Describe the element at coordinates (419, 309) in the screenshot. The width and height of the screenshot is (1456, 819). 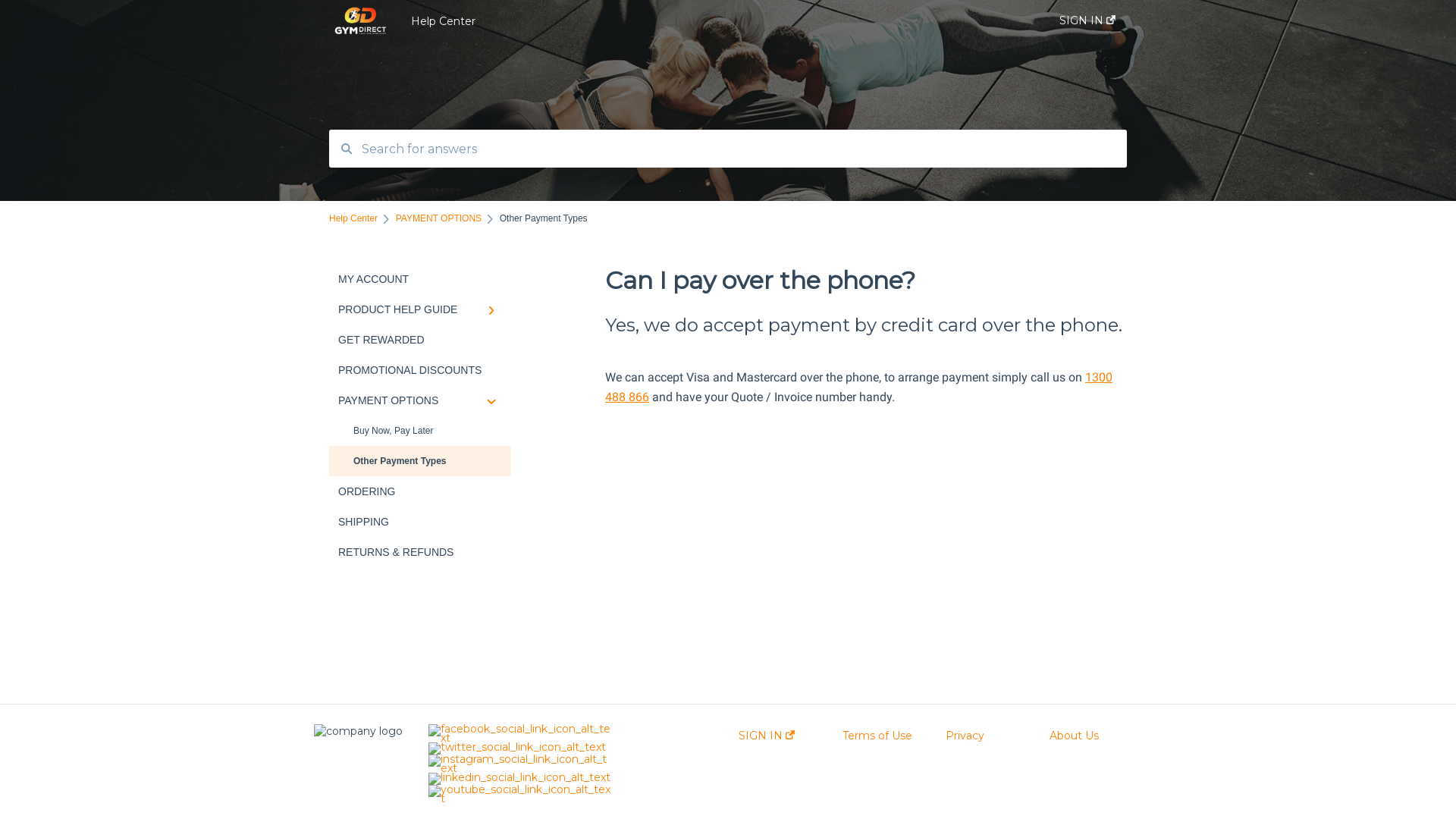
I see `'PRODUCT HELP GUIDE'` at that location.